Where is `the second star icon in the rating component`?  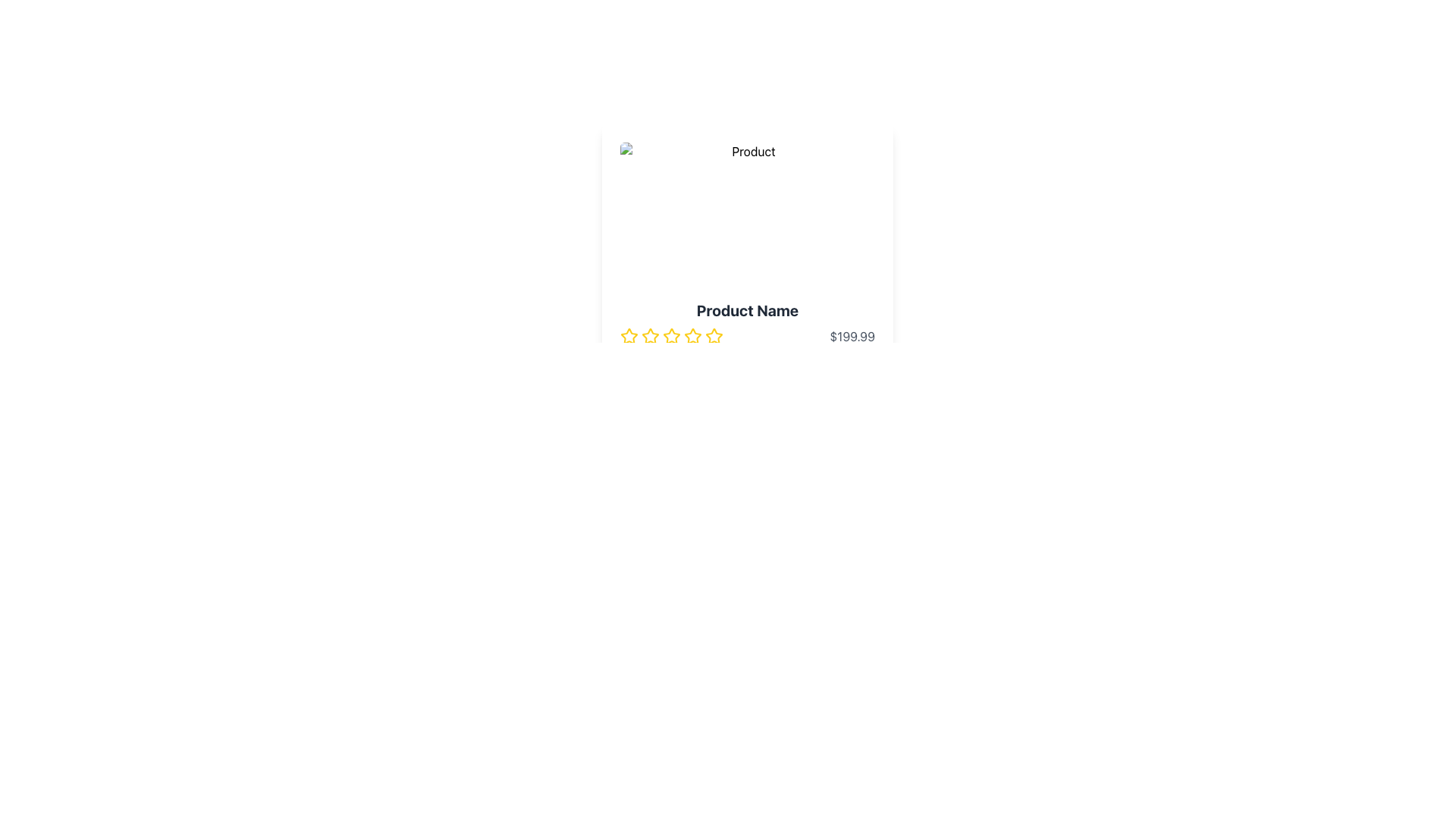
the second star icon in the rating component is located at coordinates (671, 335).